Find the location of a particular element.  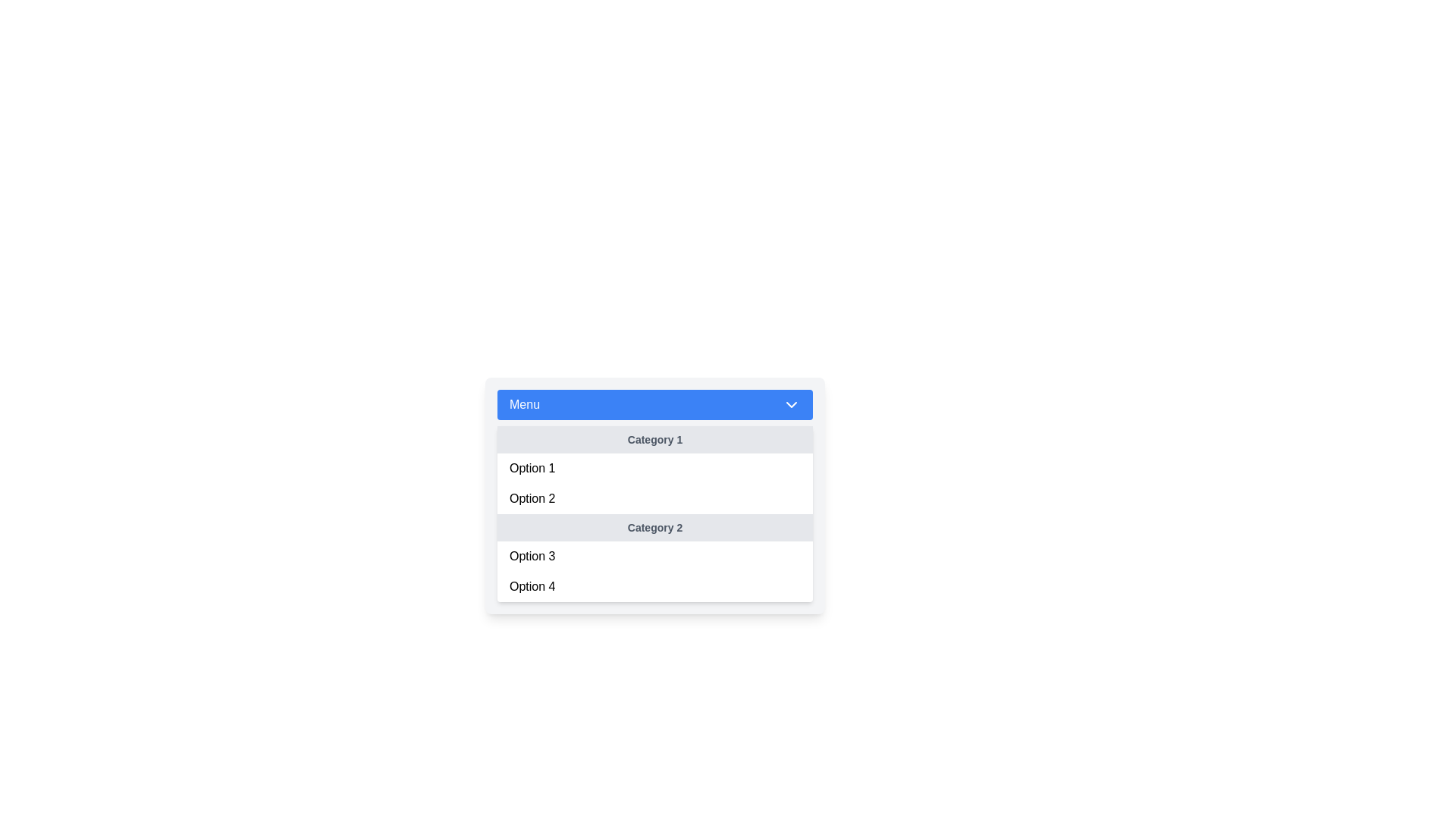

the blue horizontal button labeled 'Menu' located at the top of the options box is located at coordinates (655, 403).